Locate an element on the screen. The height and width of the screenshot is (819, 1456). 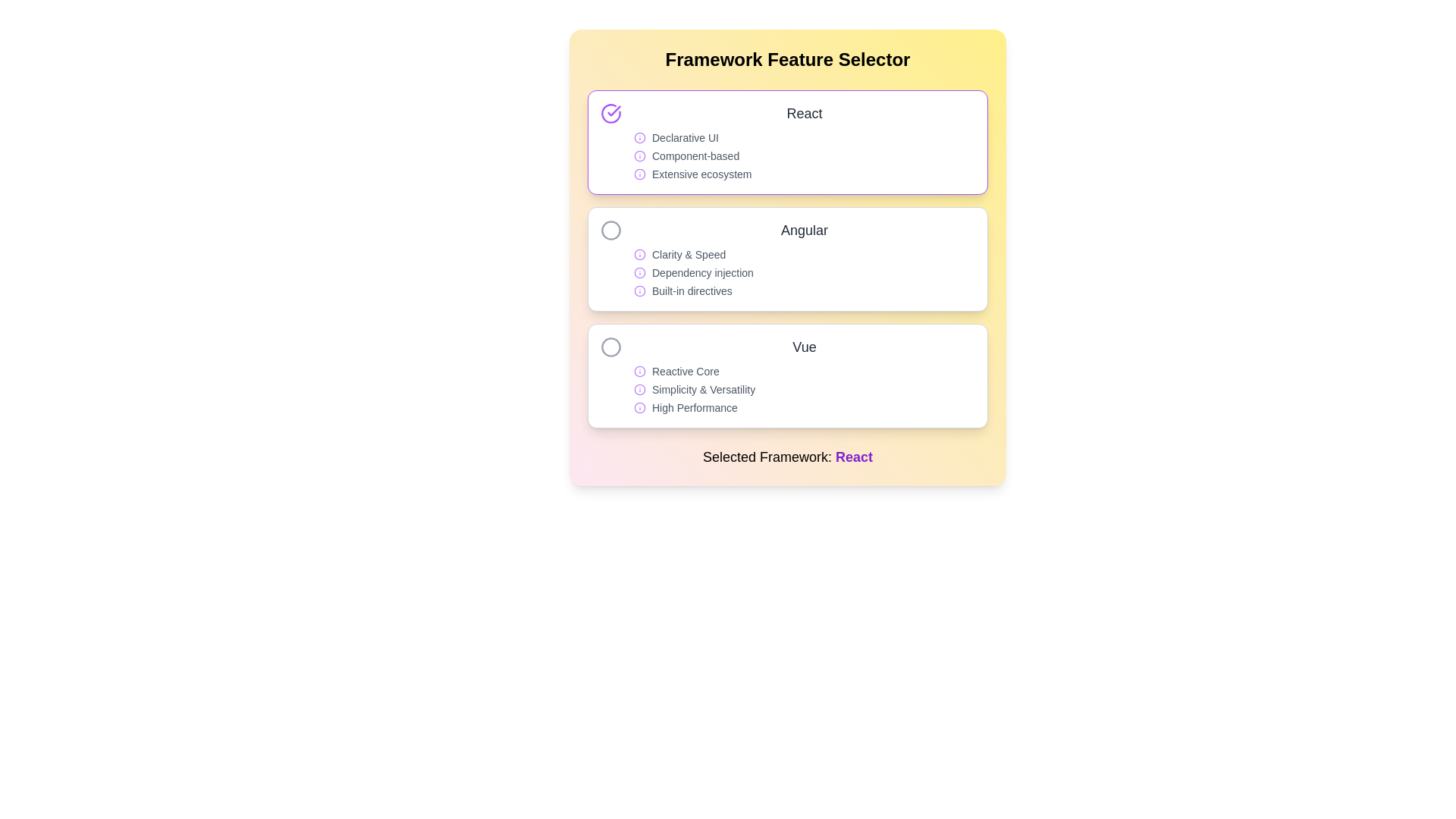
the SVG circle element that serves as a visual indicator in the React option box, located to the left of the text 'Declarative UI' is located at coordinates (640, 406).